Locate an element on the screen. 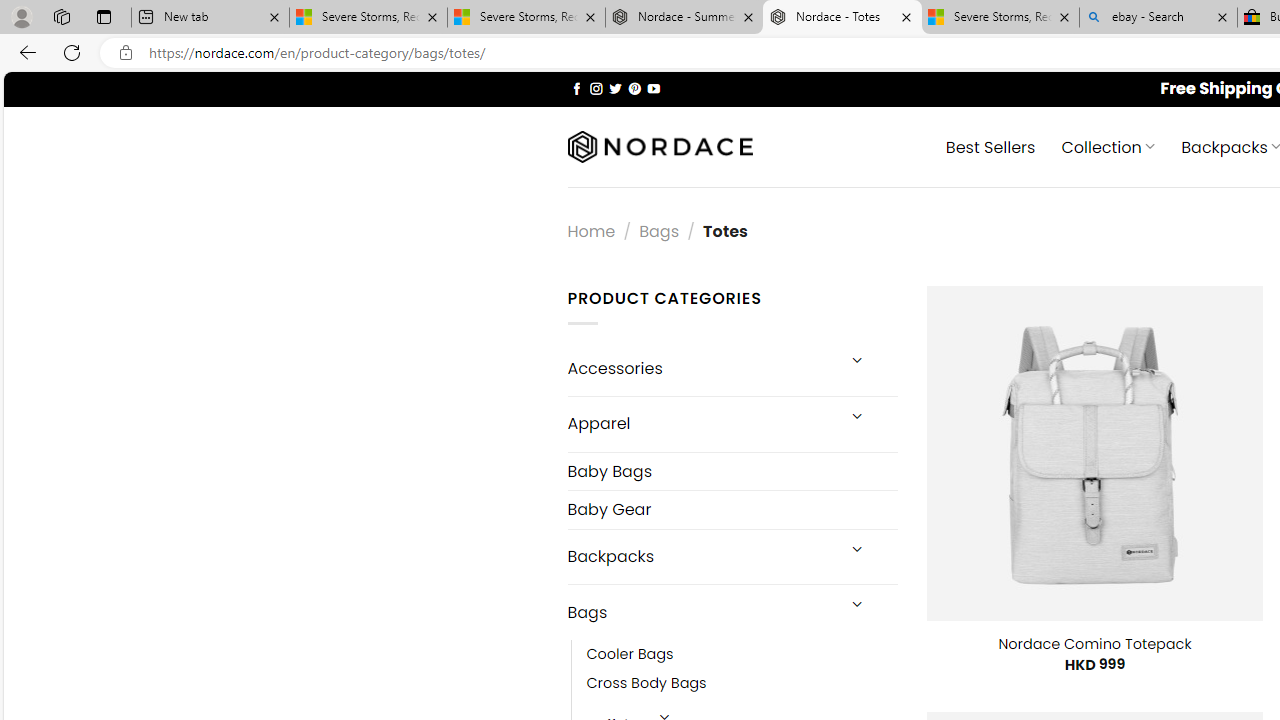  '  Best Sellers' is located at coordinates (990, 145).